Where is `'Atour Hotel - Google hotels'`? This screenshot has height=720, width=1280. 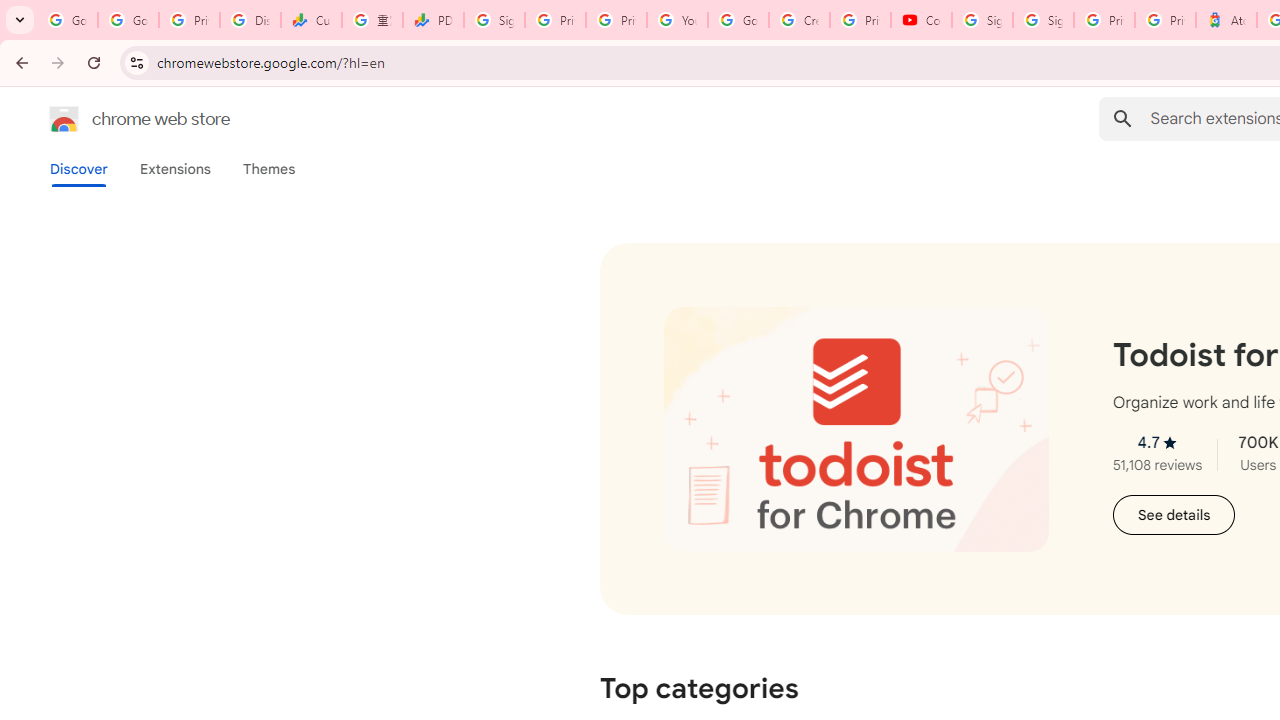 'Atour Hotel - Google hotels' is located at coordinates (1225, 20).